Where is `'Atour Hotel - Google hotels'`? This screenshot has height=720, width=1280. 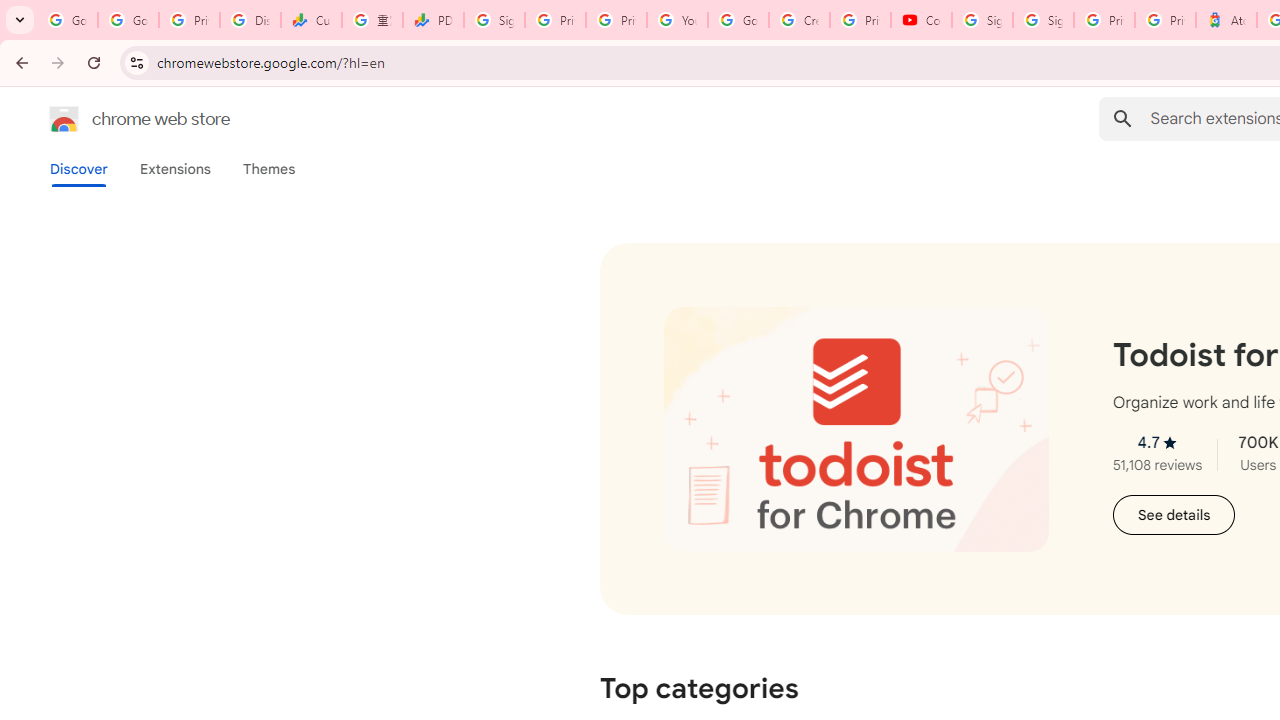 'Atour Hotel - Google hotels' is located at coordinates (1225, 20).